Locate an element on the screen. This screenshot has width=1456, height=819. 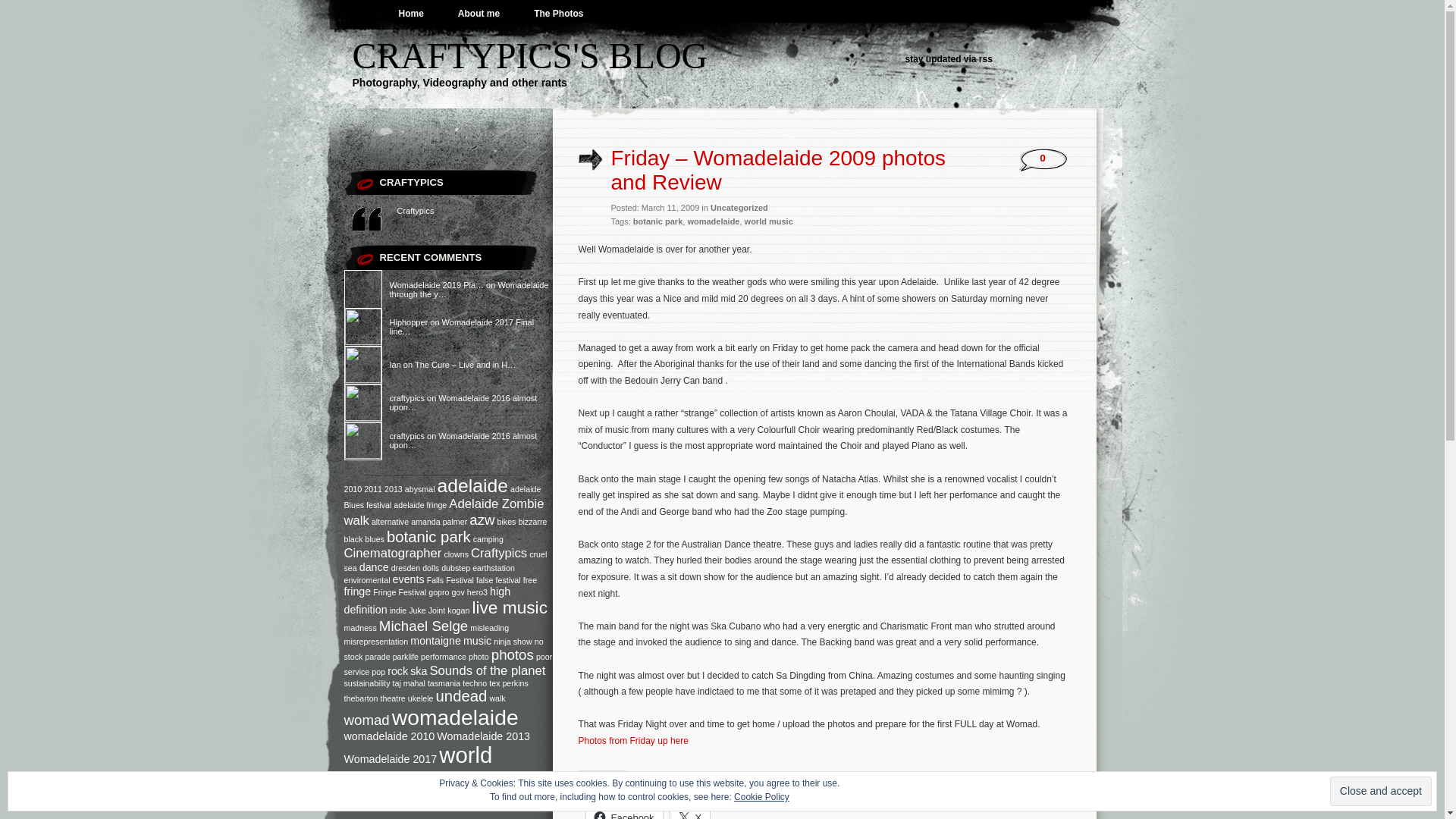
'performance' is located at coordinates (443, 656).